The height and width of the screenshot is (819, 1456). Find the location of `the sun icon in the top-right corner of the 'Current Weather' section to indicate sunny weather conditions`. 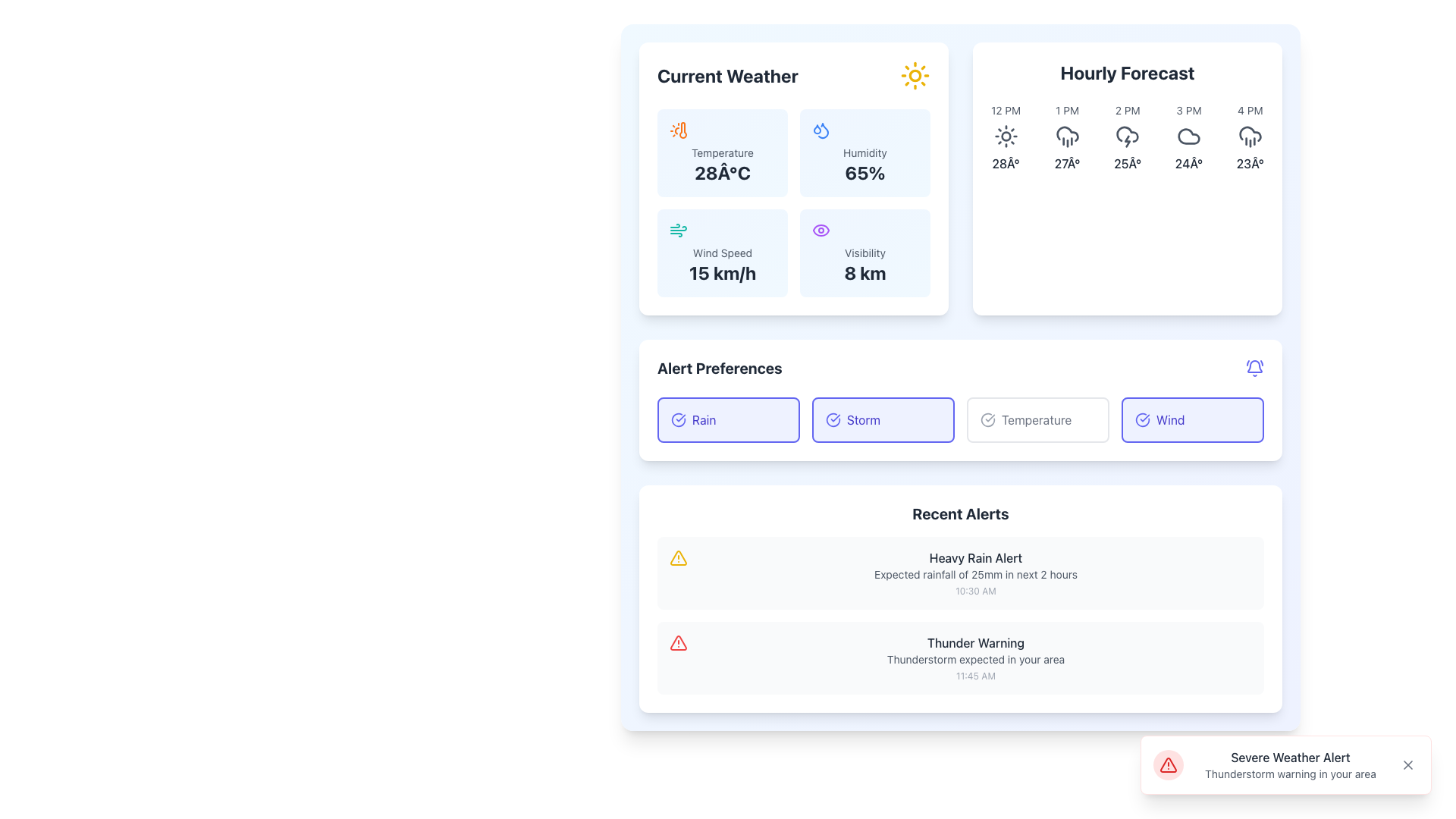

the sun icon in the top-right corner of the 'Current Weather' section to indicate sunny weather conditions is located at coordinates (914, 76).